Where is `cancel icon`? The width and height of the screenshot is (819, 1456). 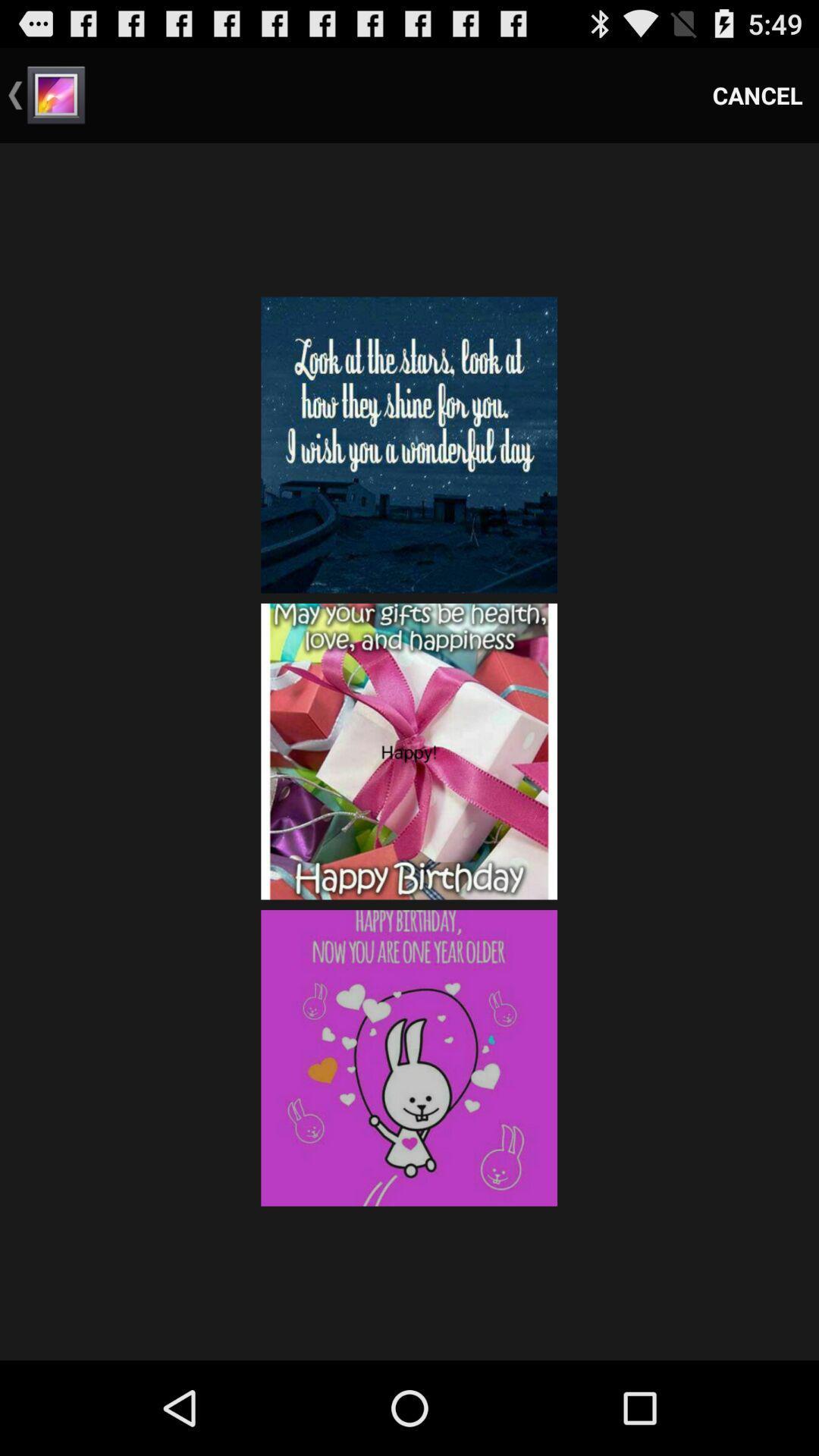 cancel icon is located at coordinates (758, 94).